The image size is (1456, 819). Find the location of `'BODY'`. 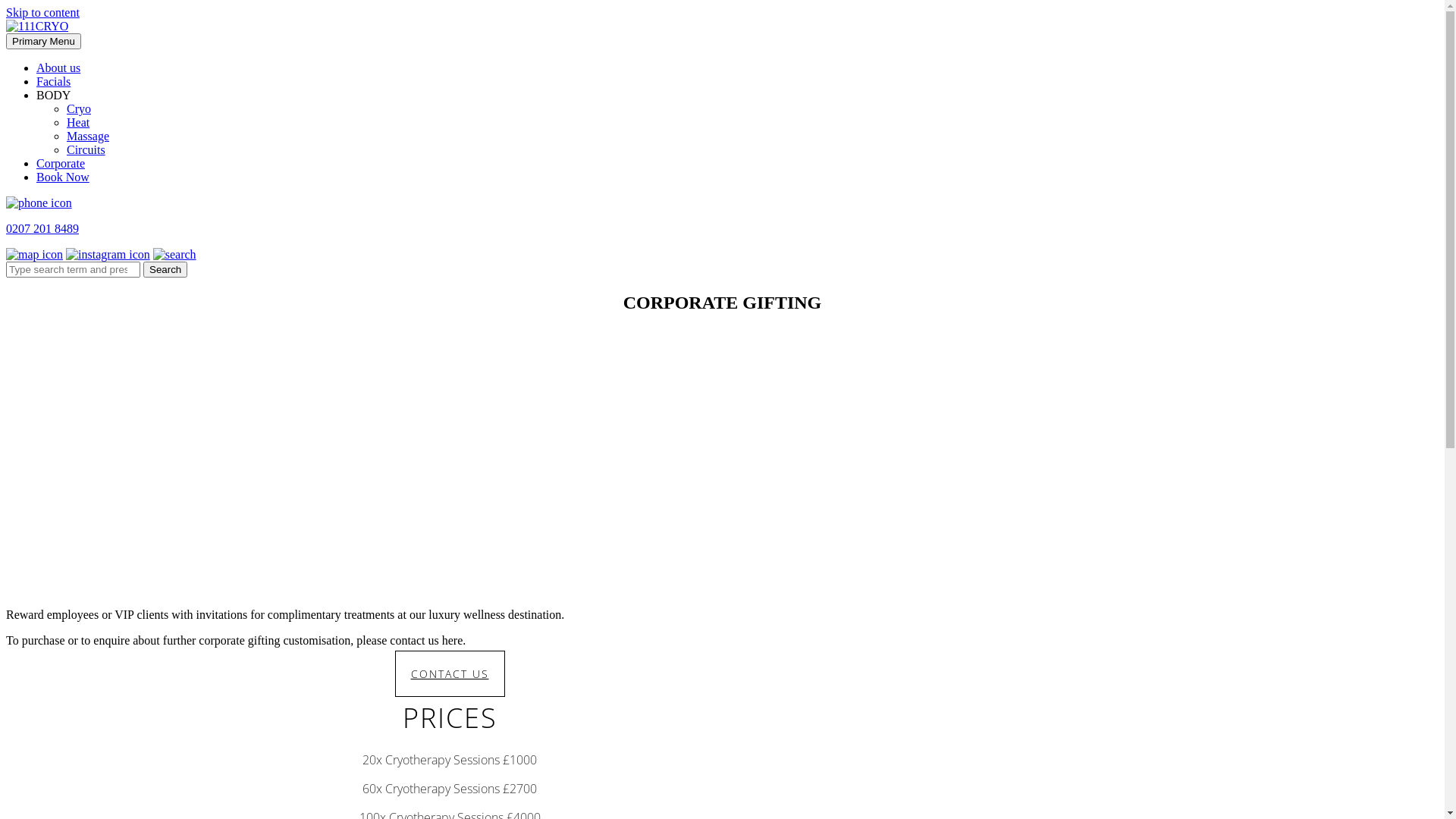

'BODY' is located at coordinates (53, 95).